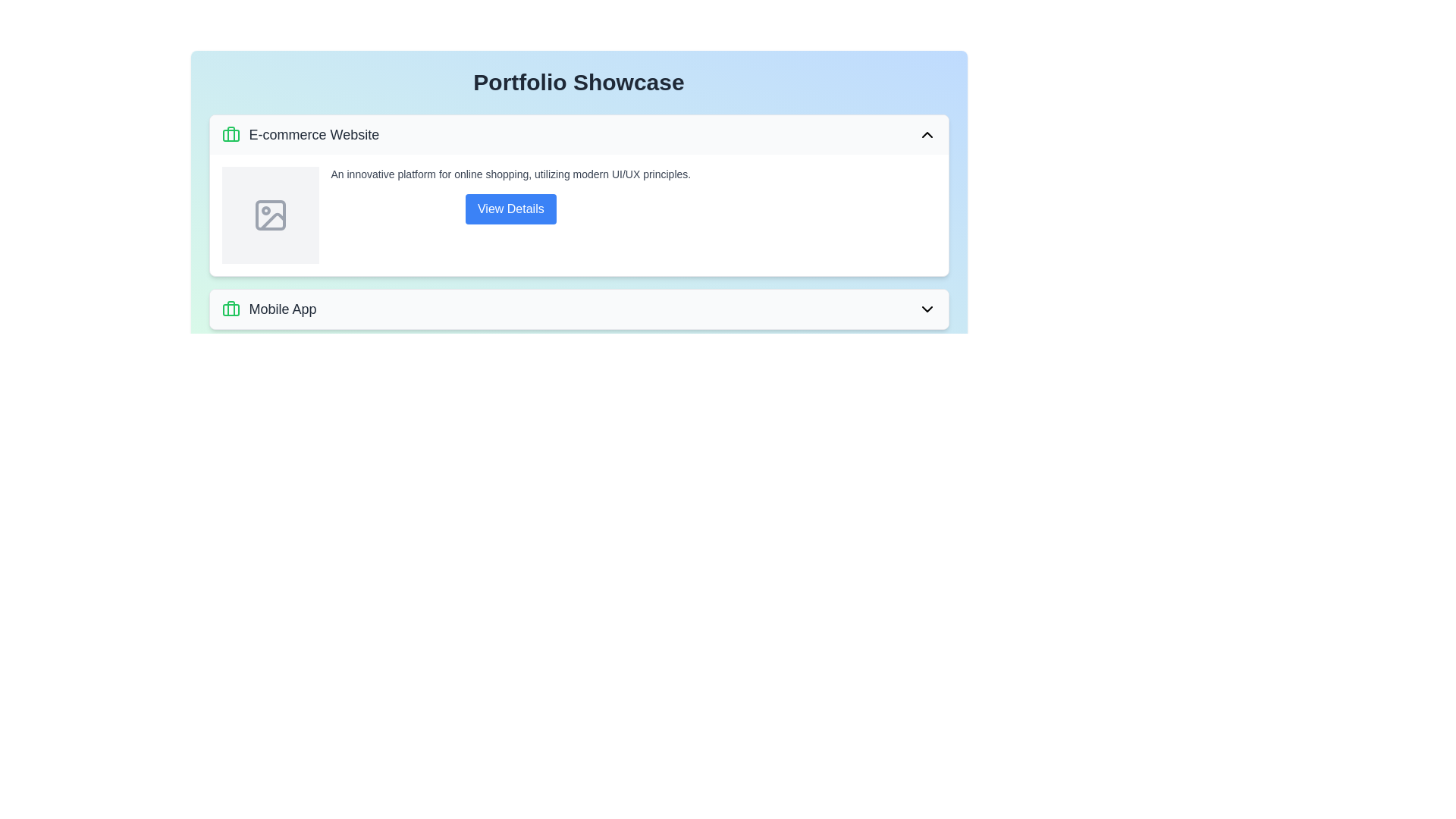 This screenshot has width=1456, height=819. Describe the element at coordinates (230, 133) in the screenshot. I see `the icon that serves as a visual identifier for the 'E-commerce Website' section, located to the left of the text 'E-commerce Website.'` at that location.